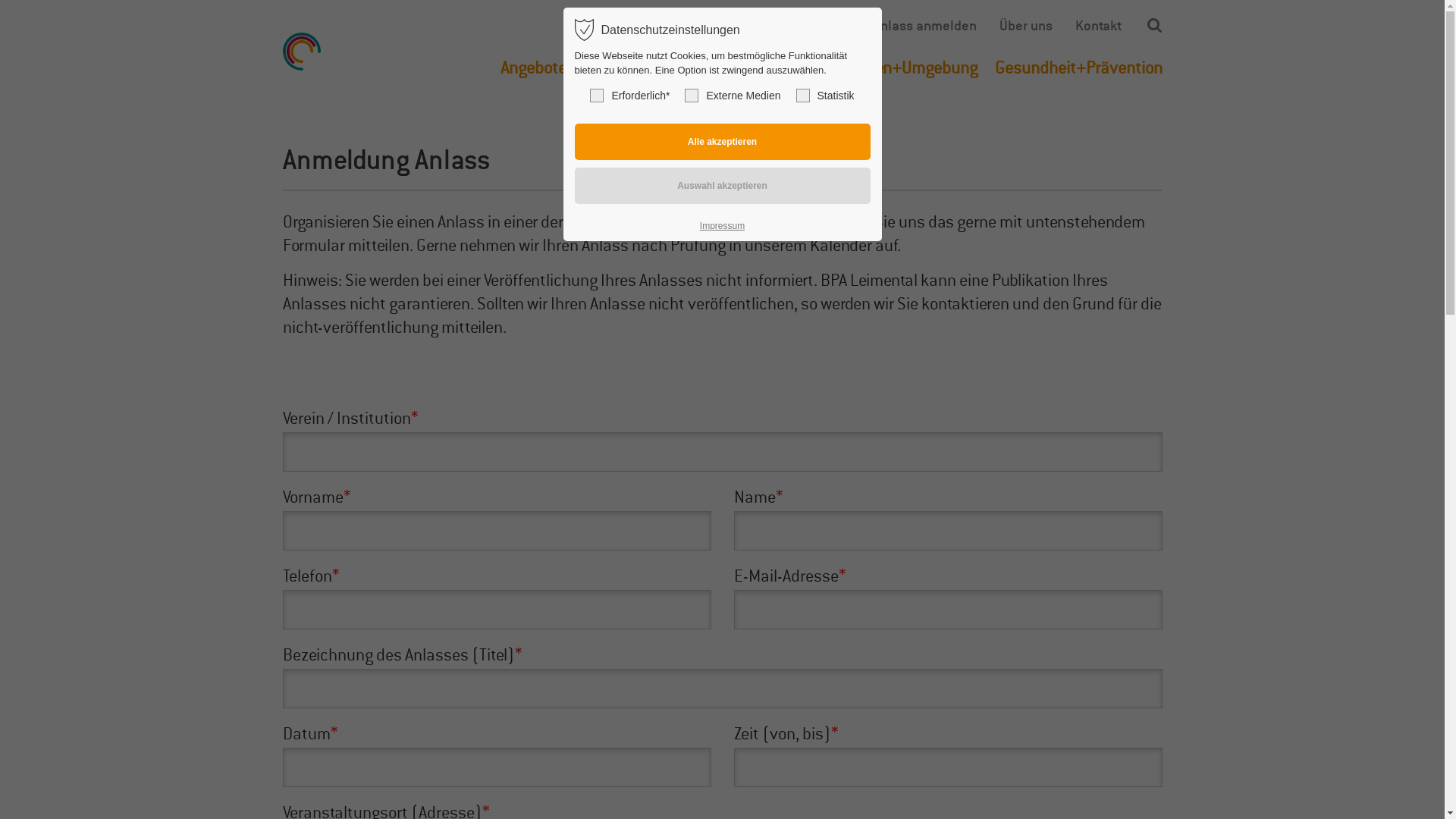  What do you see at coordinates (722, 141) in the screenshot?
I see `'Alle akzeptieren'` at bounding box center [722, 141].